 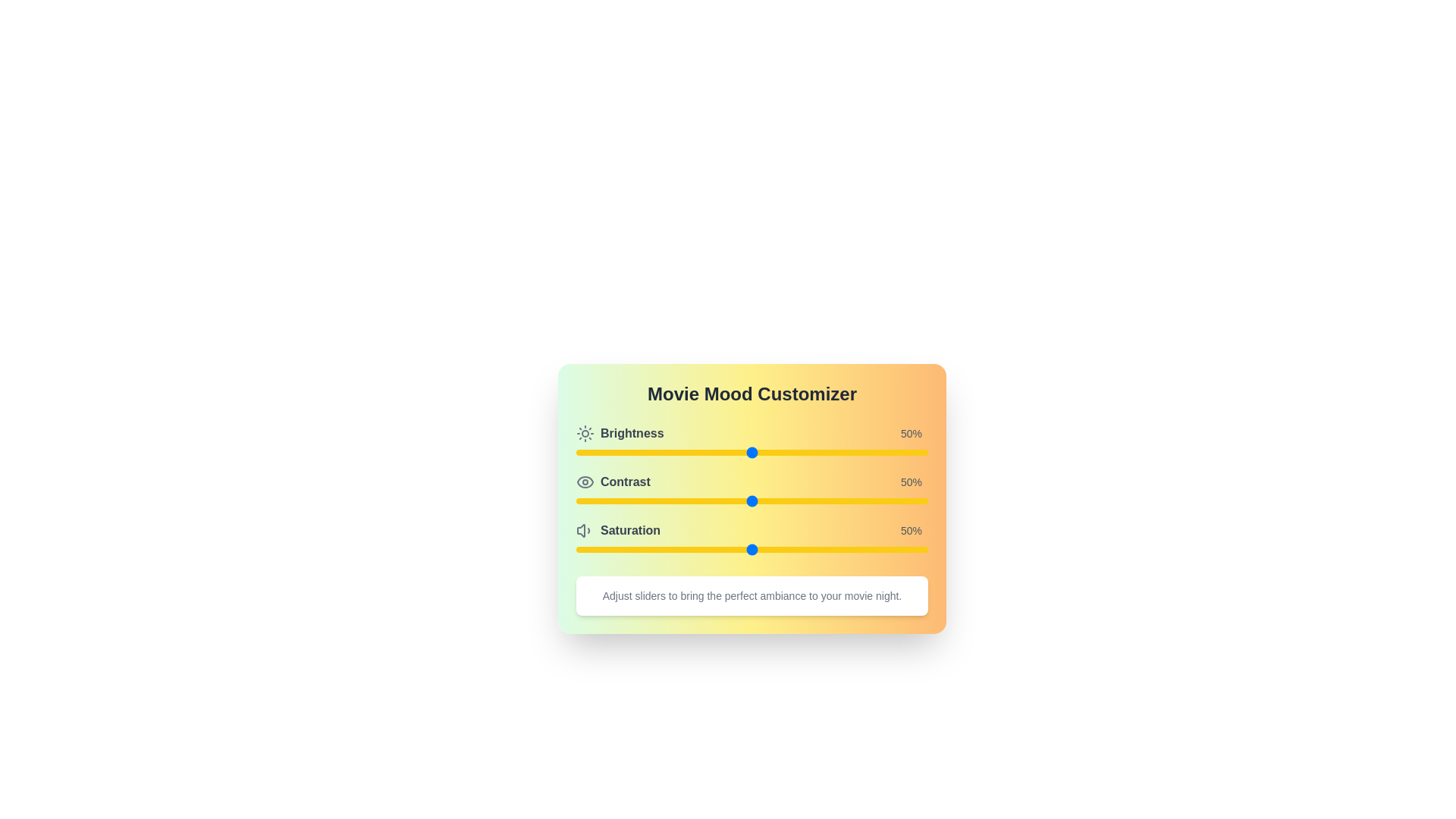 What do you see at coordinates (661, 550) in the screenshot?
I see `the saturation level` at bounding box center [661, 550].